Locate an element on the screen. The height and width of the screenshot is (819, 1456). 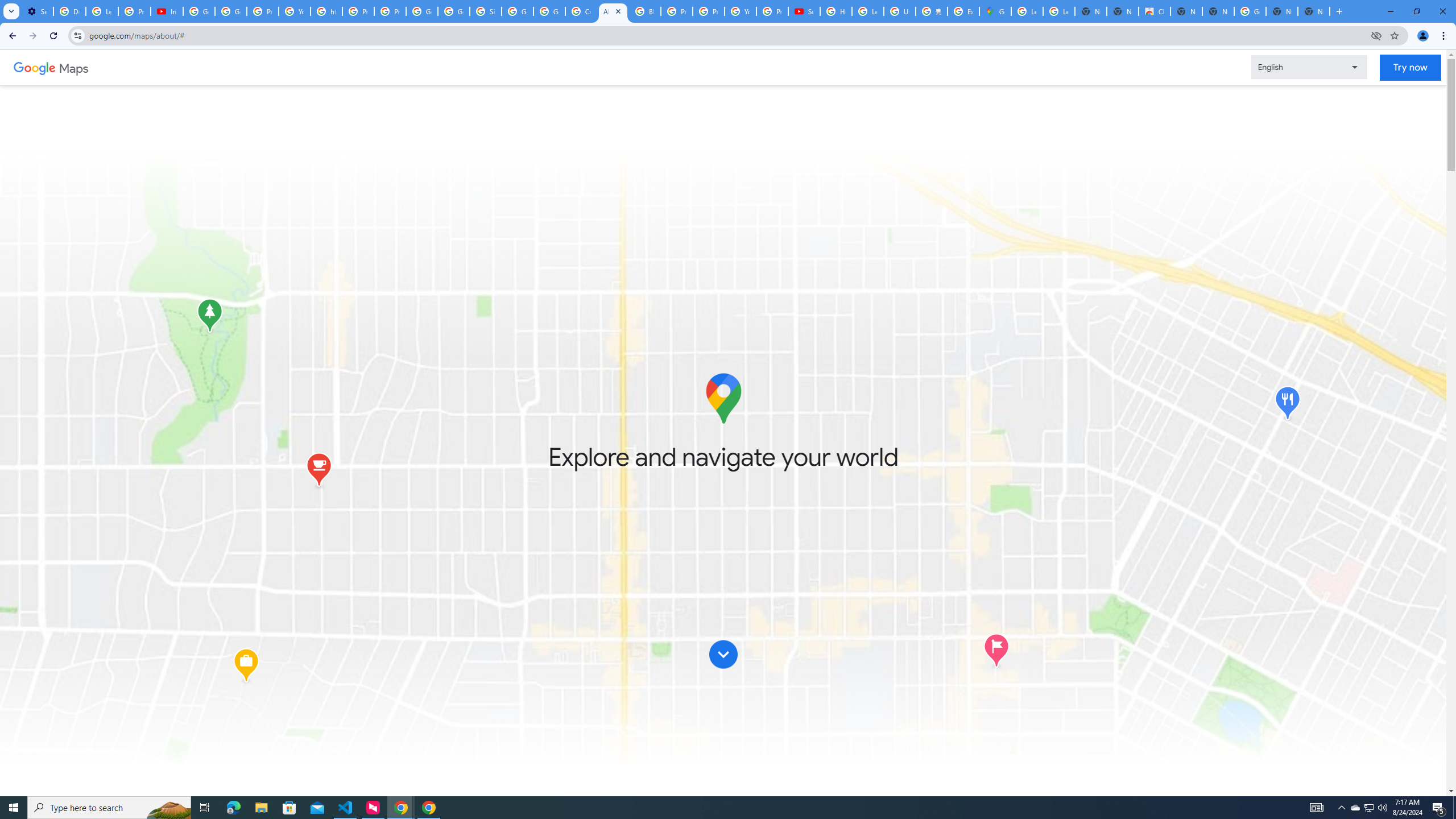
'YouTube' is located at coordinates (294, 11).